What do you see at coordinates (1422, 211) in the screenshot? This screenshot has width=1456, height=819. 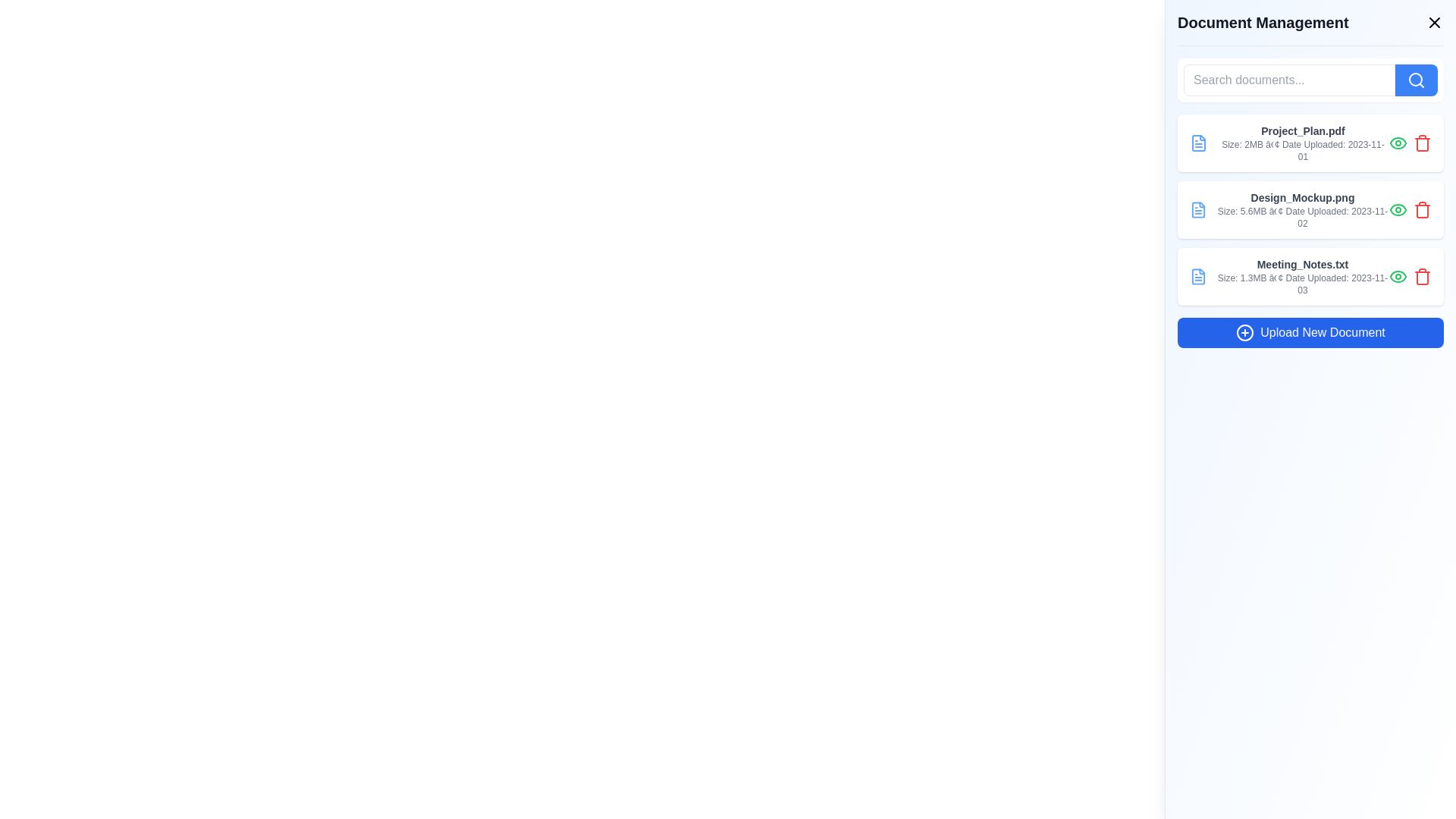 I see `the delete icon/button for the file 'Design_Mockup.png'` at bounding box center [1422, 211].